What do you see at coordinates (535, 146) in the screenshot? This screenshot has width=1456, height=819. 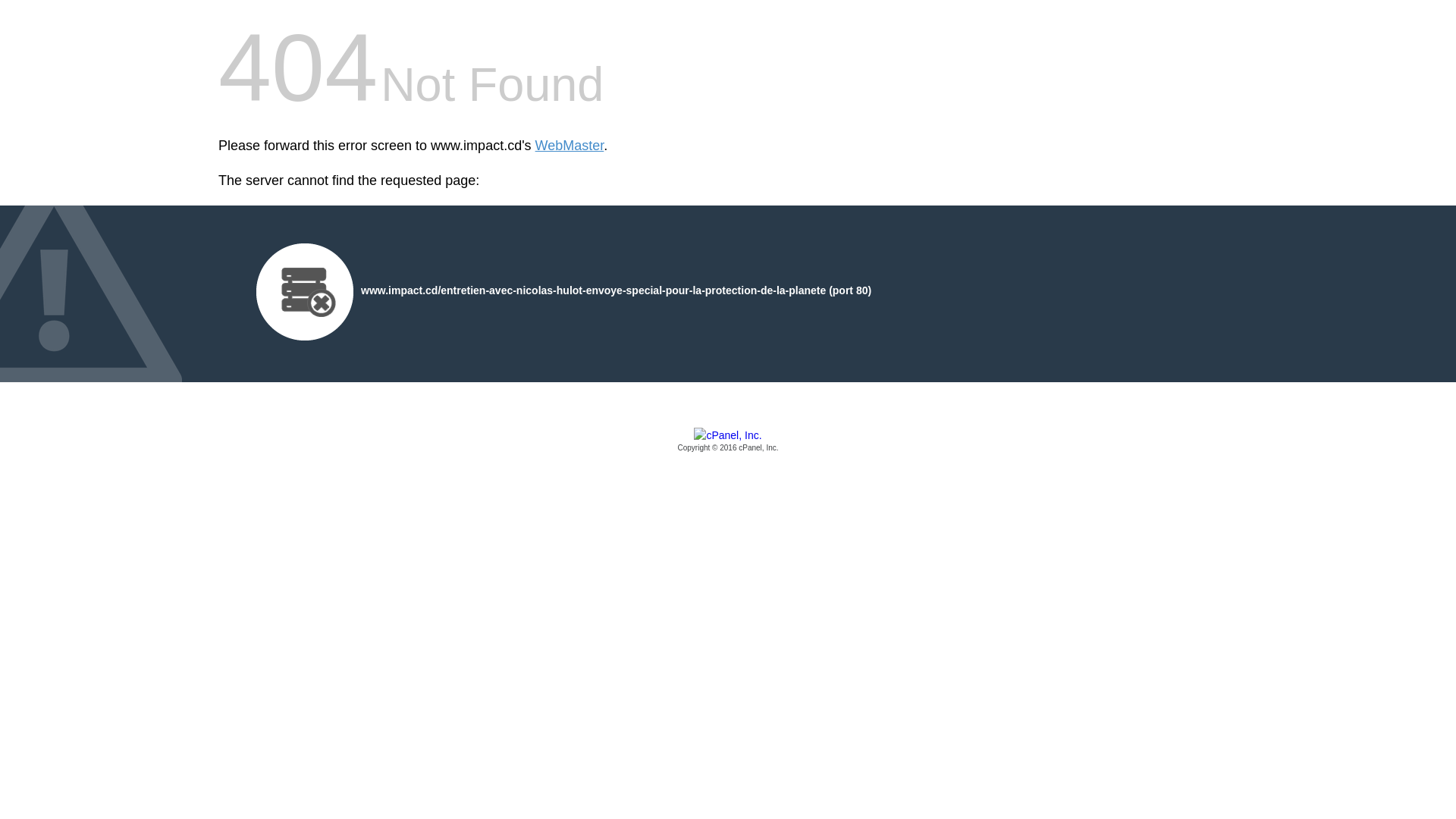 I see `'WebMaster'` at bounding box center [535, 146].